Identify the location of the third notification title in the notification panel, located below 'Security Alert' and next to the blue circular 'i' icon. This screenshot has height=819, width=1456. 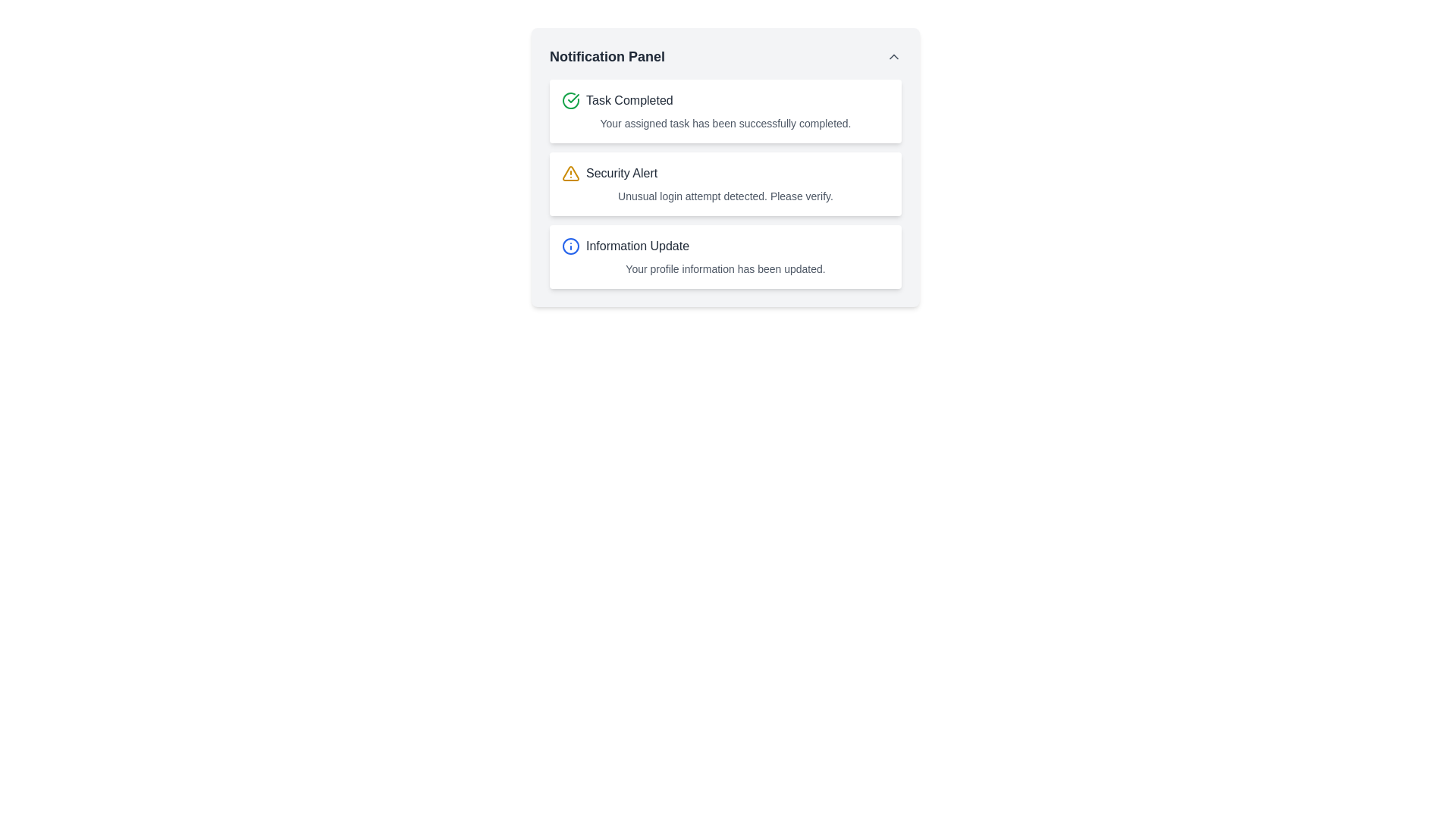
(637, 245).